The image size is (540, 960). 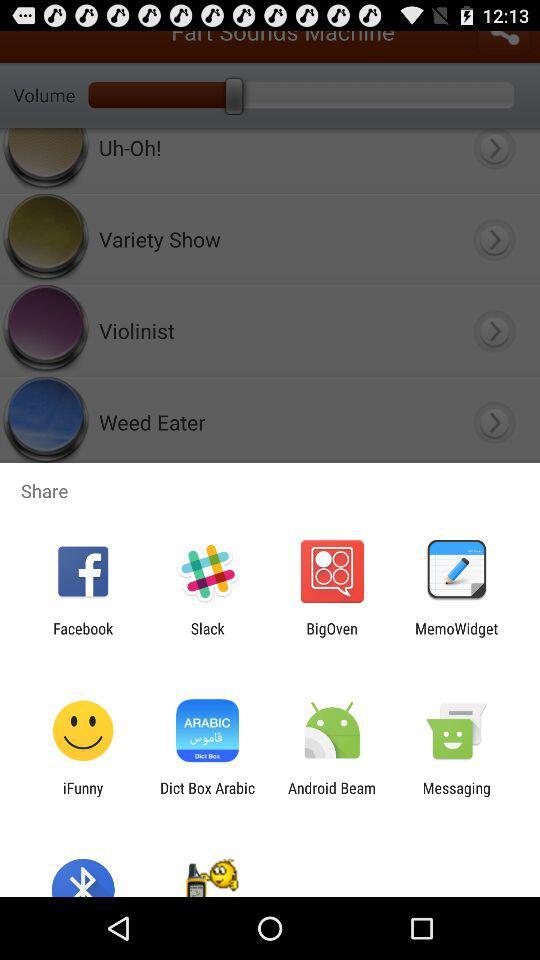 What do you see at coordinates (82, 636) in the screenshot?
I see `the facebook item` at bounding box center [82, 636].